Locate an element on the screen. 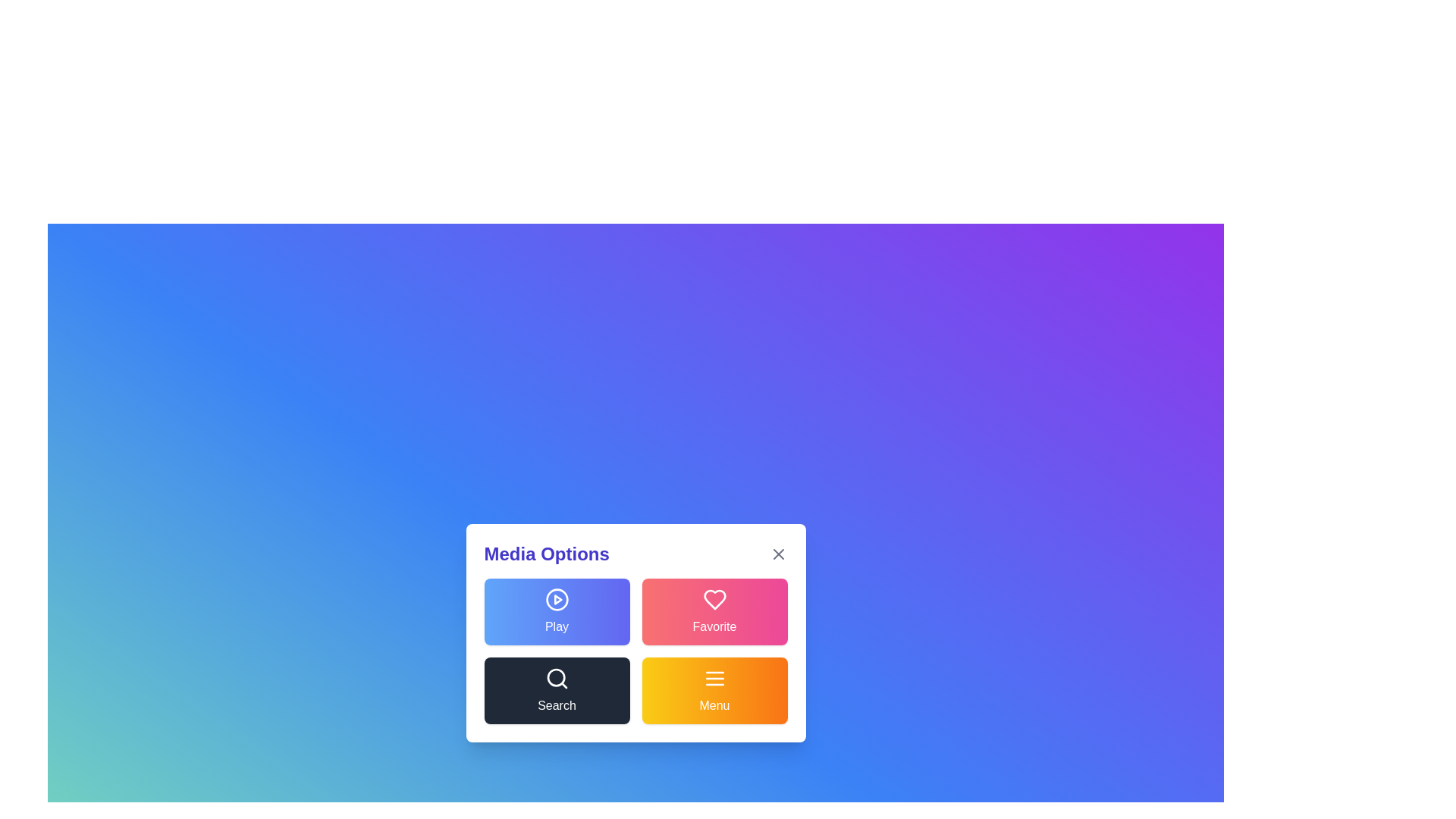  the 'Menu' button is located at coordinates (714, 690).